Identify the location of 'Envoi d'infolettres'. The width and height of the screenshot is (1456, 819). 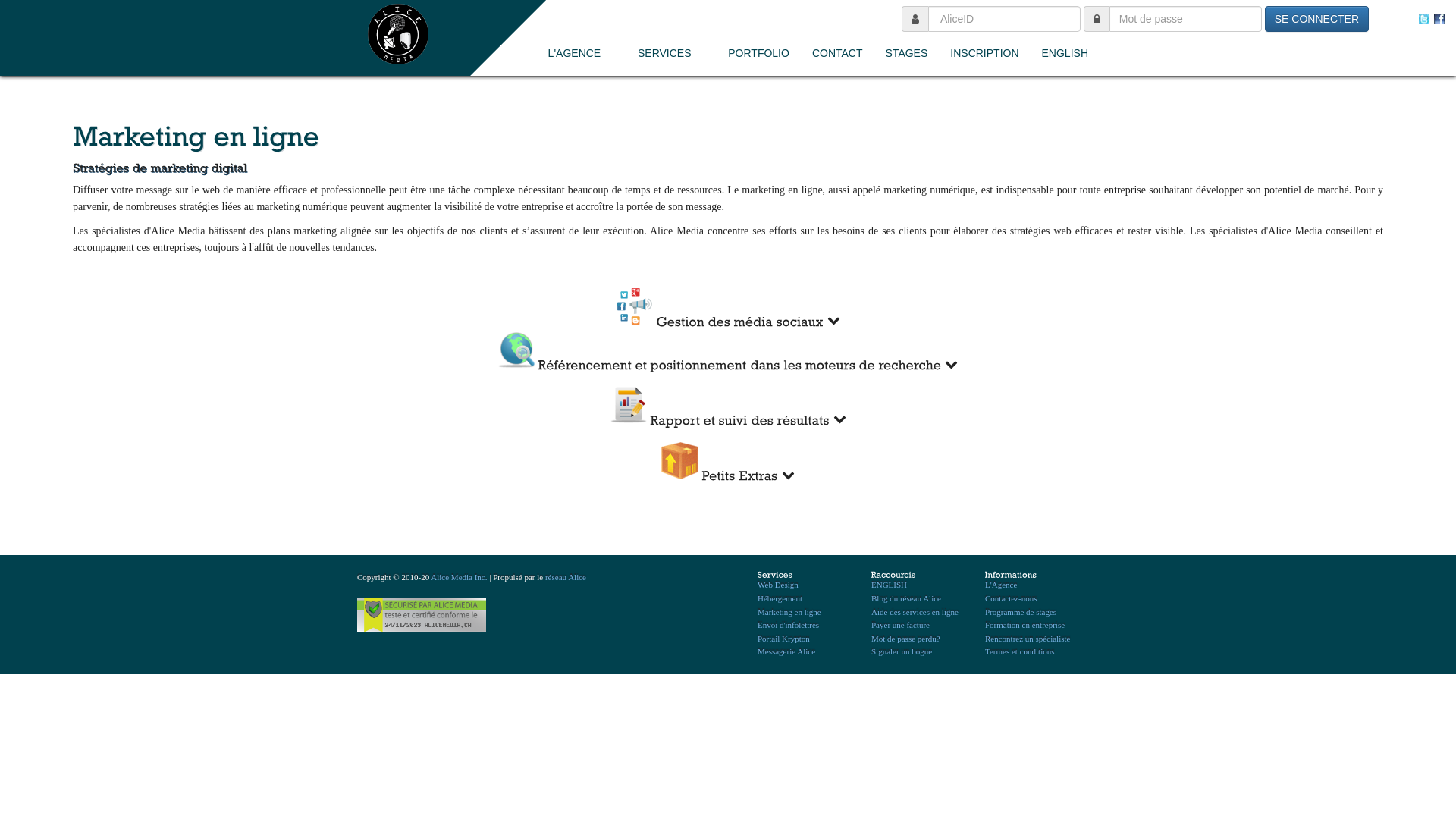
(788, 625).